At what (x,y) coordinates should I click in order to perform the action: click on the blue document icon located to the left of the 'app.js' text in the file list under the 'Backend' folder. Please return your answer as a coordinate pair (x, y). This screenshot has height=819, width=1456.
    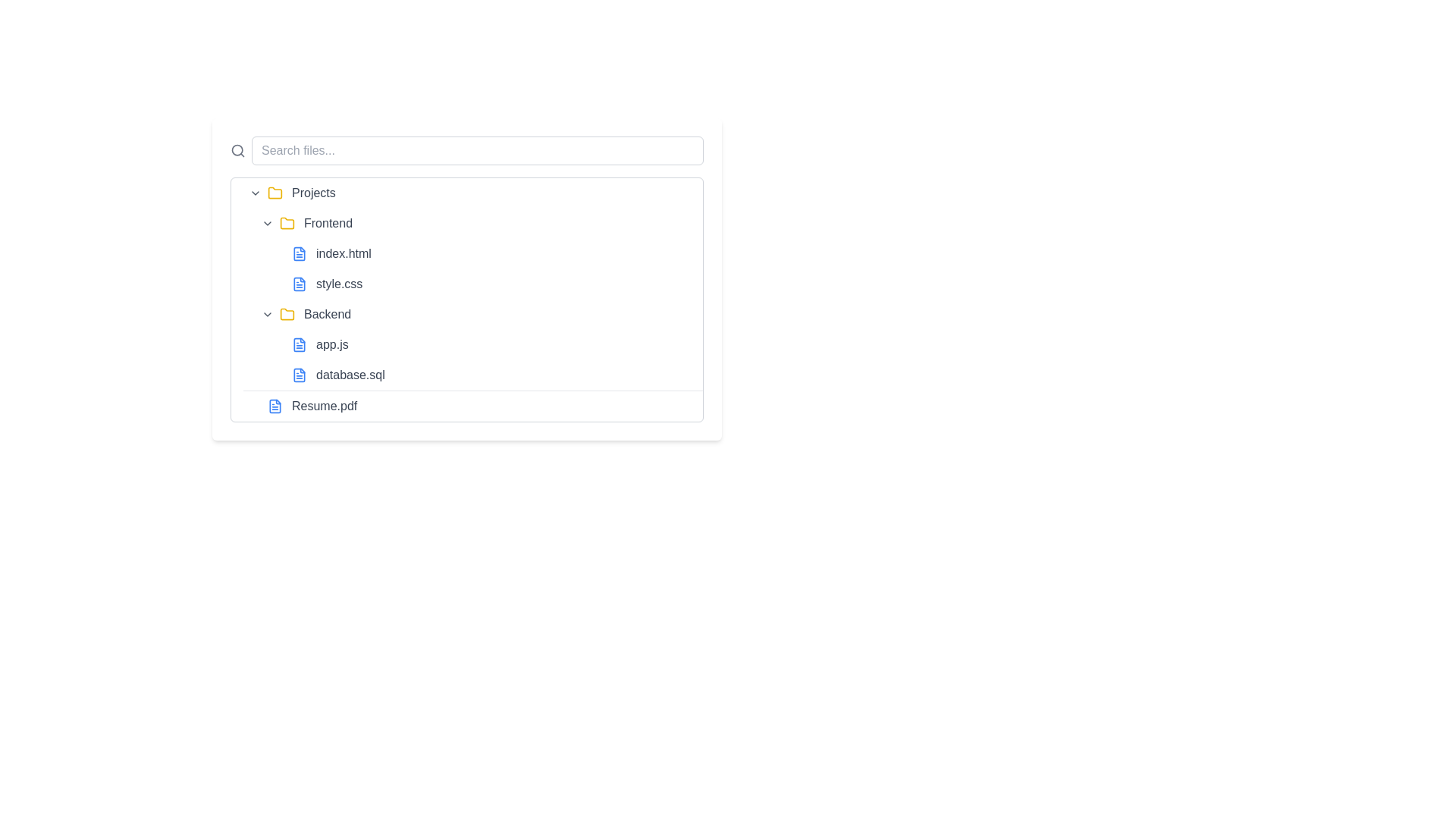
    Looking at the image, I should click on (299, 345).